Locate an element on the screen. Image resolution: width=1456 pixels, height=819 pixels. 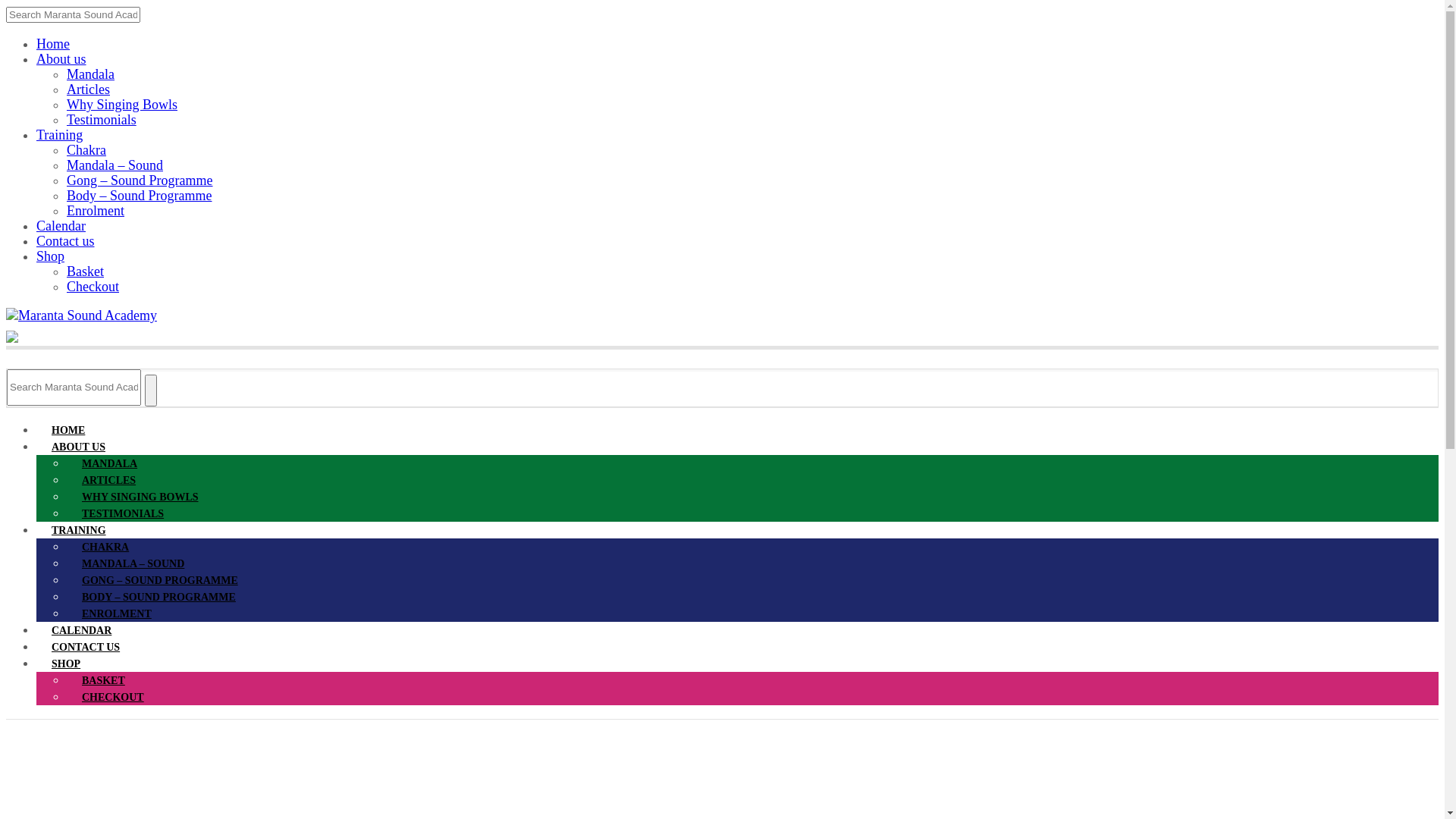
'Enrolment' is located at coordinates (94, 210).